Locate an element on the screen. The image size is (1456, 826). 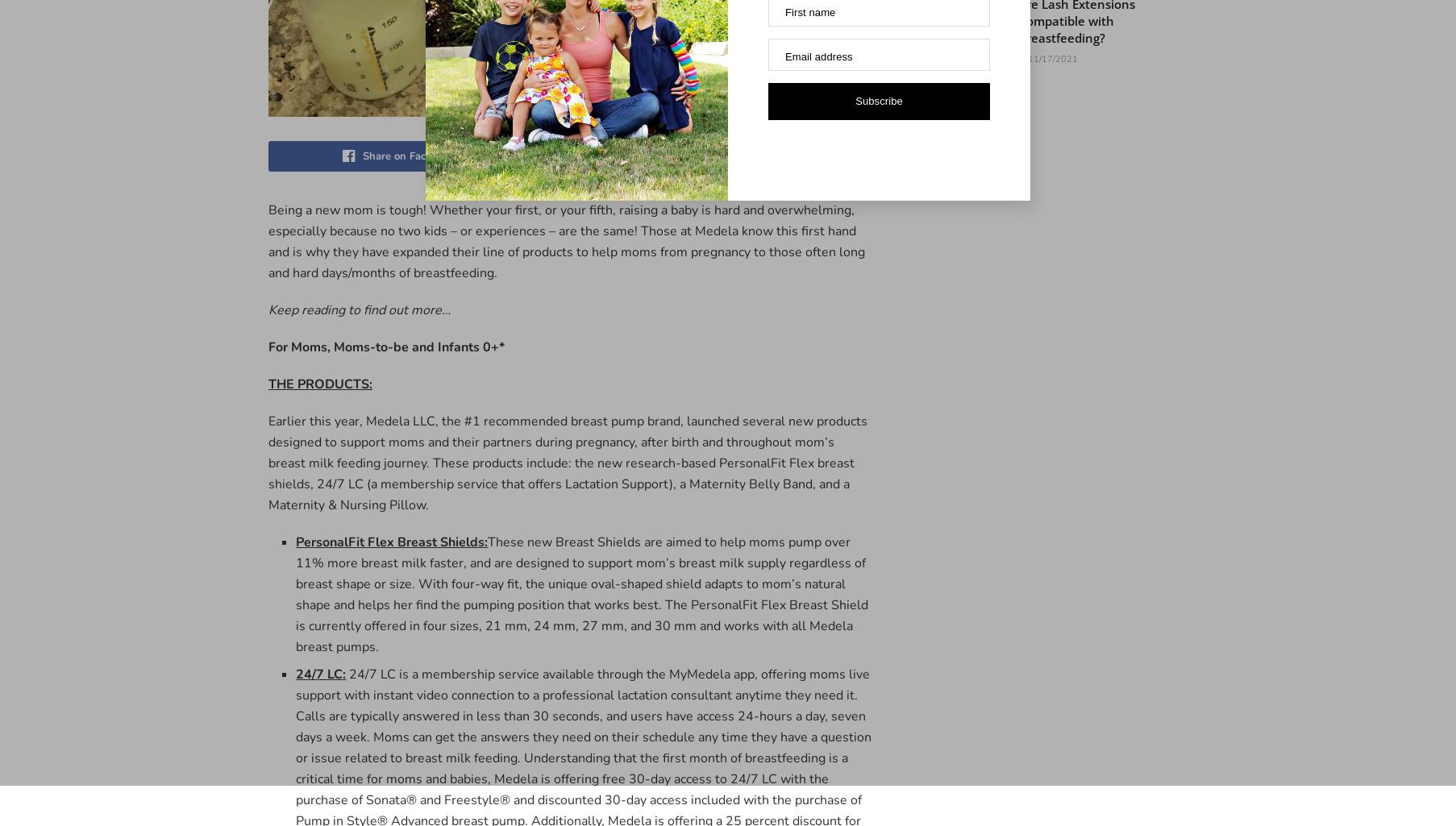
'Keep reading to find out more…' is located at coordinates (359, 309).